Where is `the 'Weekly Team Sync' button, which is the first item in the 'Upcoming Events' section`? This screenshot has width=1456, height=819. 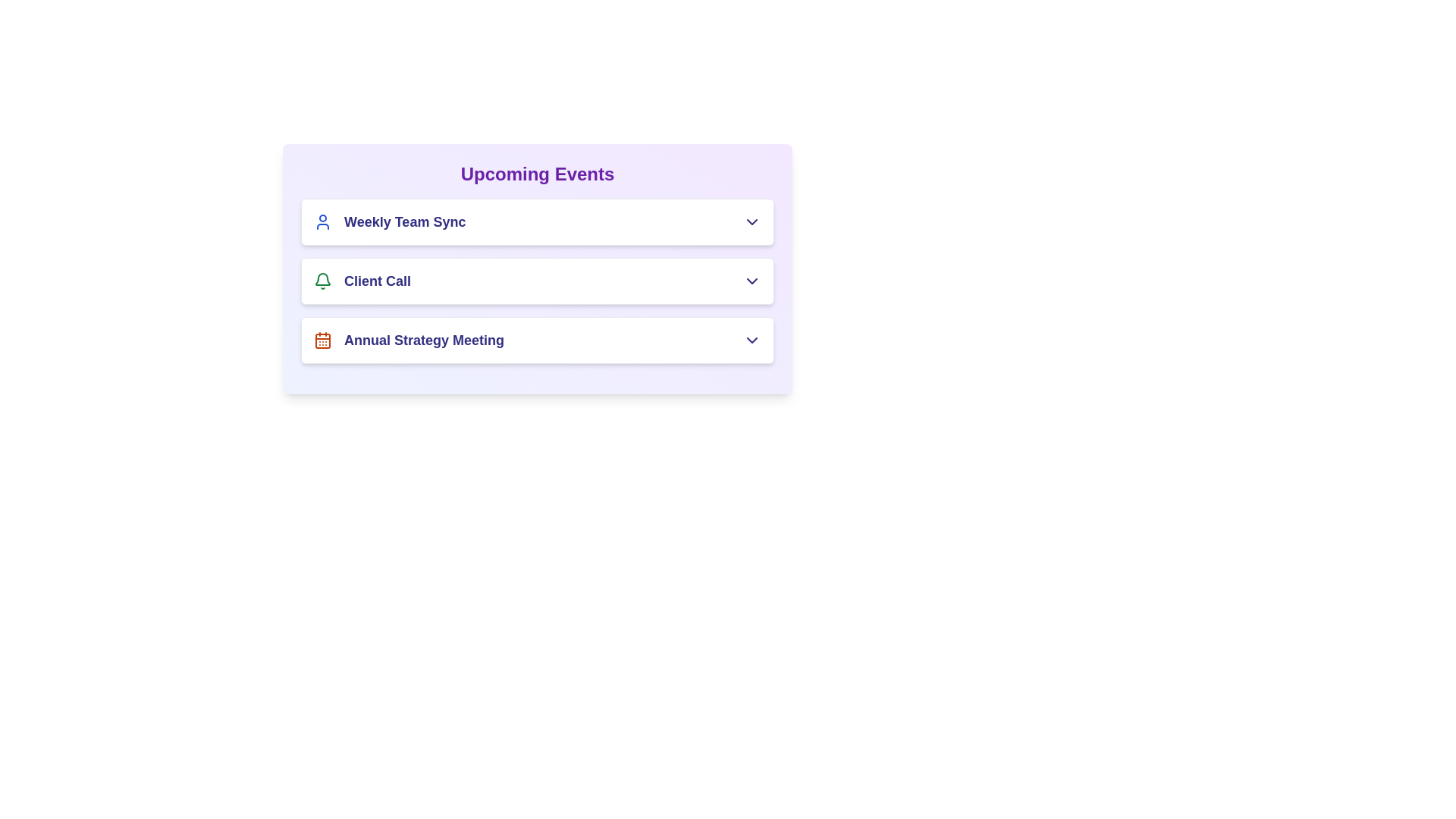 the 'Weekly Team Sync' button, which is the first item in the 'Upcoming Events' section is located at coordinates (538, 222).